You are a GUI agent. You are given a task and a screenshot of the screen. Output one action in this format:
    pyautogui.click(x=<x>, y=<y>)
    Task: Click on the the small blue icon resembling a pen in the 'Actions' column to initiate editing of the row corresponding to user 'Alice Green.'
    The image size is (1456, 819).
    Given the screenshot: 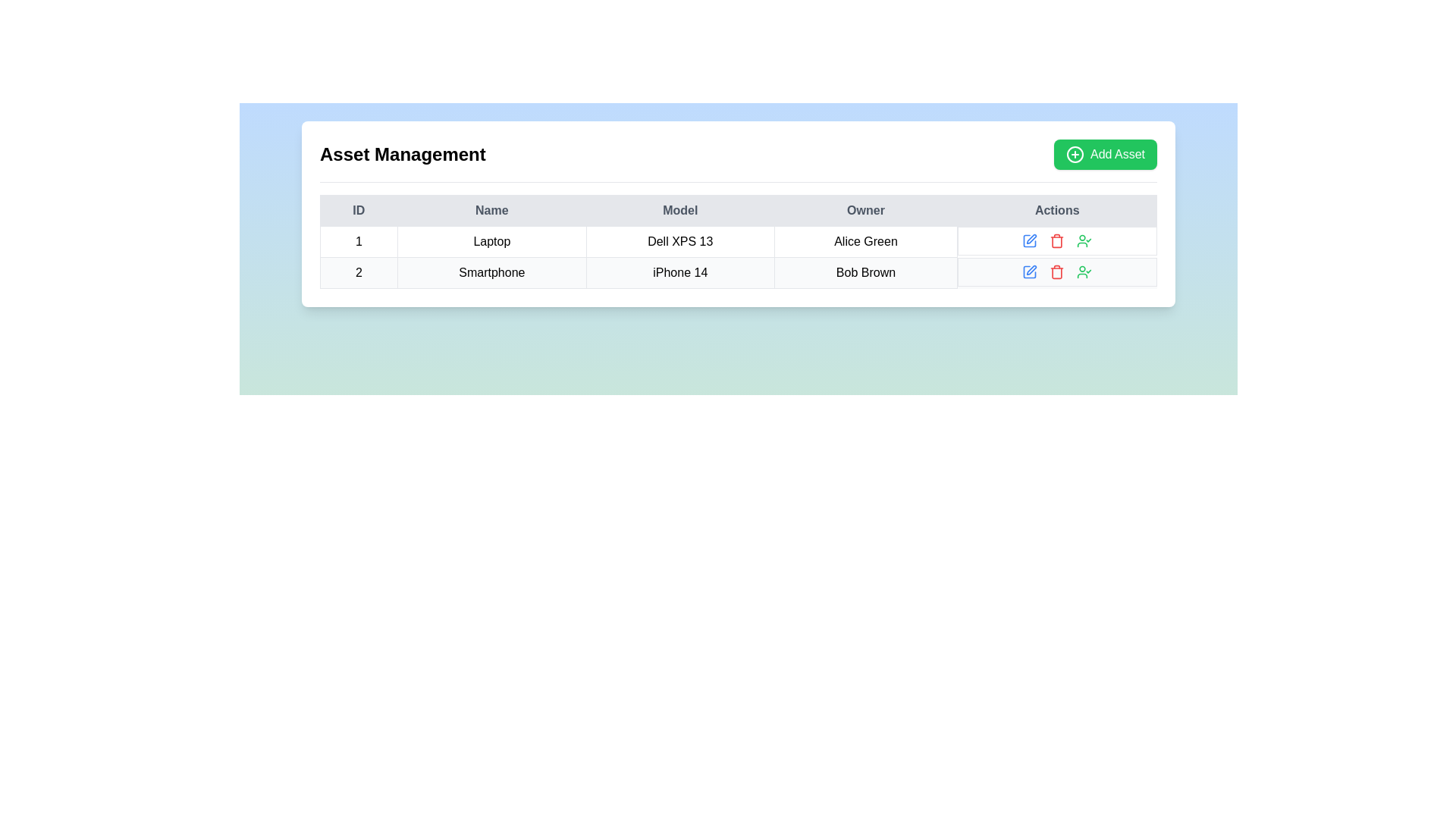 What is the action you would take?
    pyautogui.click(x=1030, y=240)
    